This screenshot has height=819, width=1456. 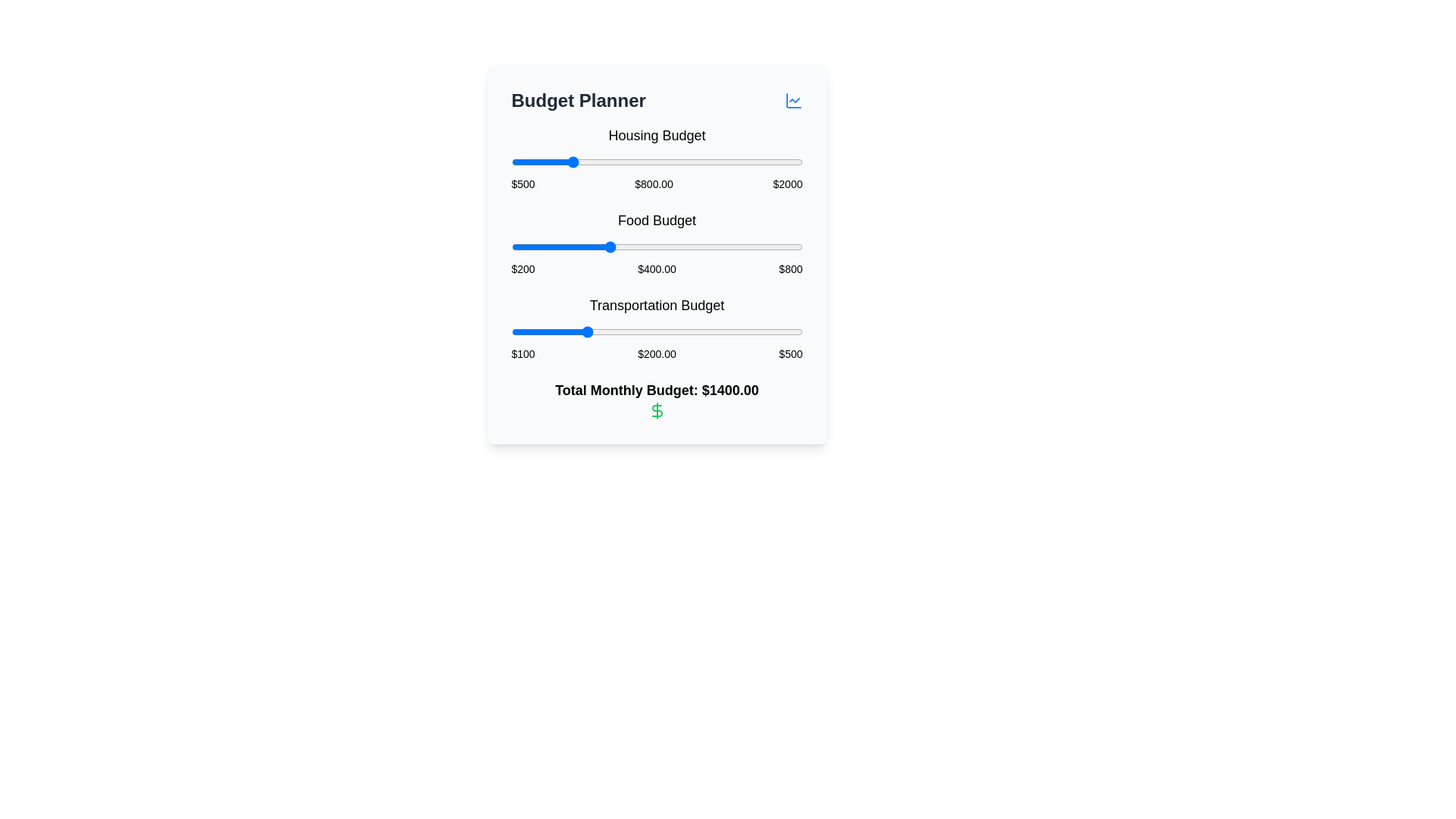 I want to click on the Food Budget slider value, so click(x=520, y=246).